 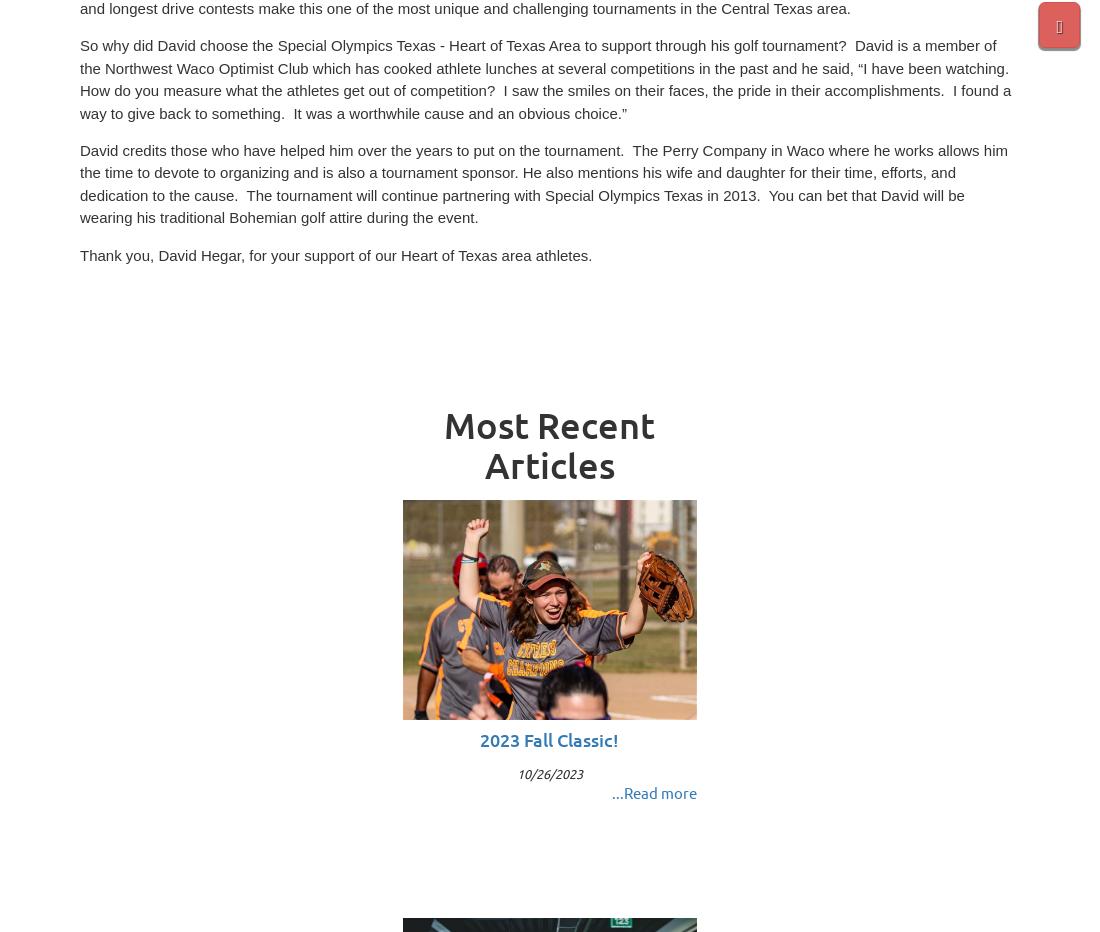 I want to click on 'to support through his golf tournament?  David is a member of the Northwest Waco Optimist Club which has cooked athlete lunches at several competitions in the past and he said, “I have been watching.  How do you measure what the athletes get out of competition?  I saw the smiles on their faces, the pride in their accomplishments.  I found a way to give back to something.  It was a worthwhile cause and an obvious choice.”', so click(x=546, y=79).